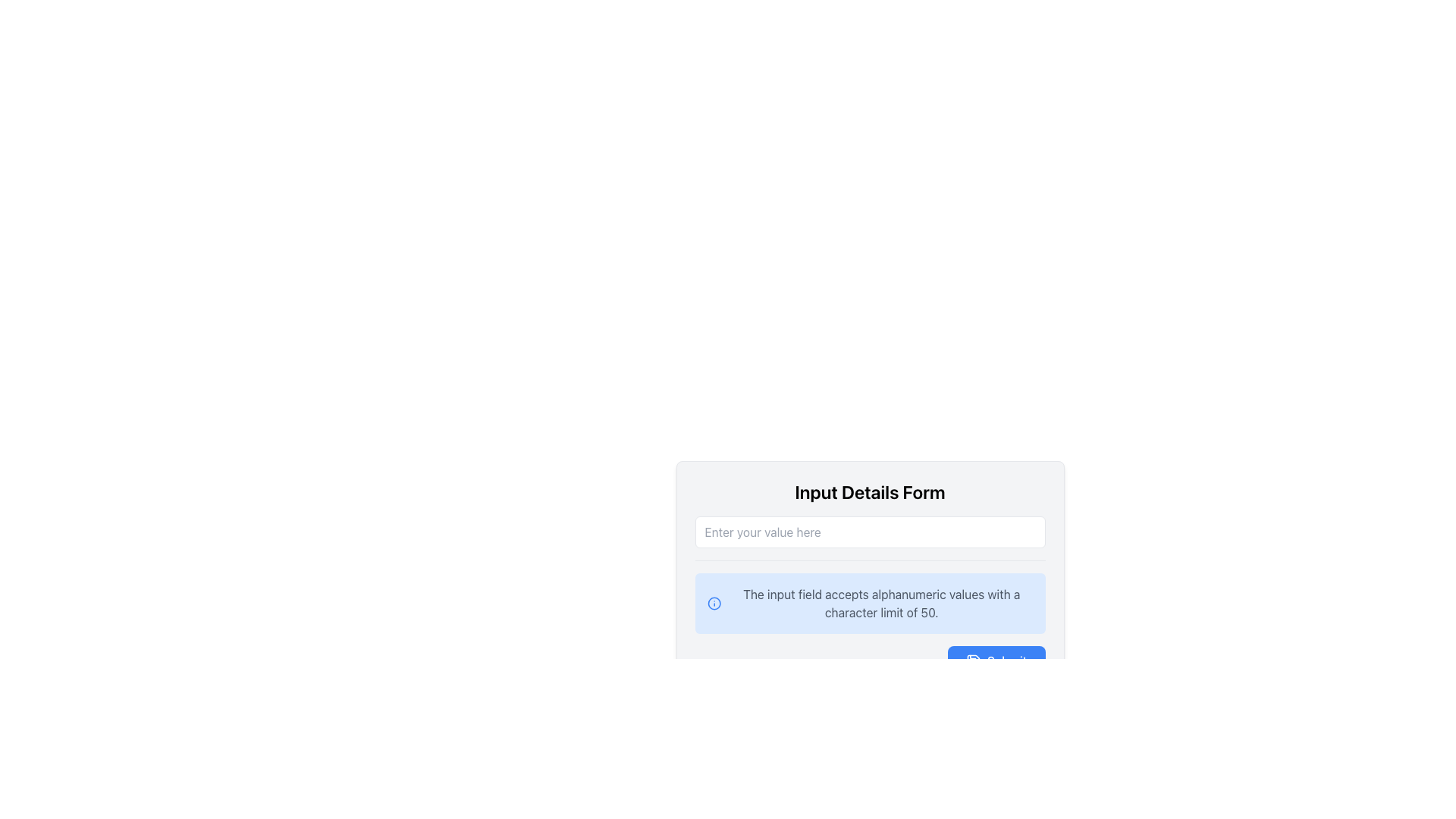  What do you see at coordinates (713, 602) in the screenshot?
I see `the blue circular icon located on the left side of the grey box that contains the input field characteristics text` at bounding box center [713, 602].